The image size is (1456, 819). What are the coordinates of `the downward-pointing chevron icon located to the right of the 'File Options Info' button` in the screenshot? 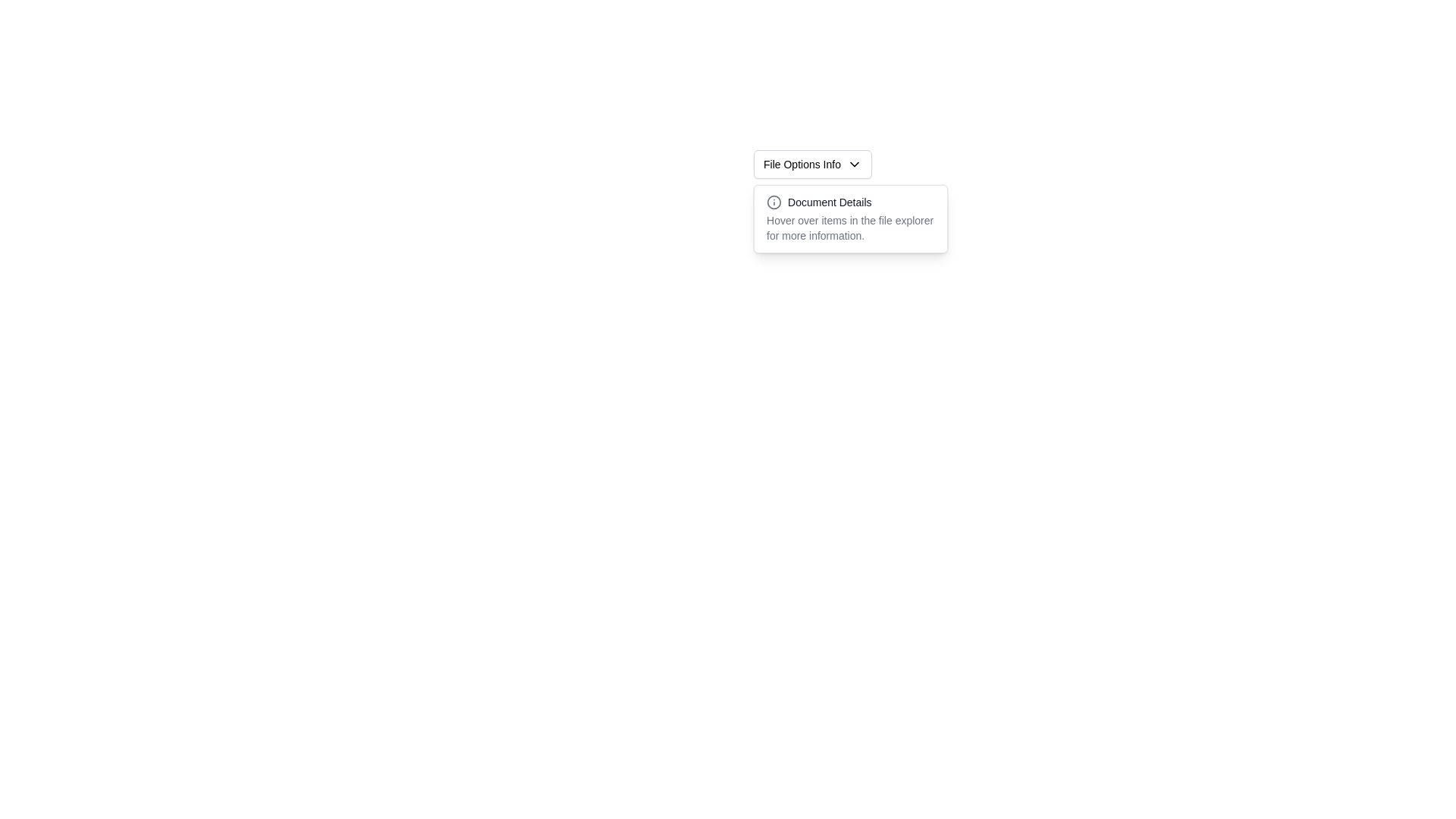 It's located at (855, 164).